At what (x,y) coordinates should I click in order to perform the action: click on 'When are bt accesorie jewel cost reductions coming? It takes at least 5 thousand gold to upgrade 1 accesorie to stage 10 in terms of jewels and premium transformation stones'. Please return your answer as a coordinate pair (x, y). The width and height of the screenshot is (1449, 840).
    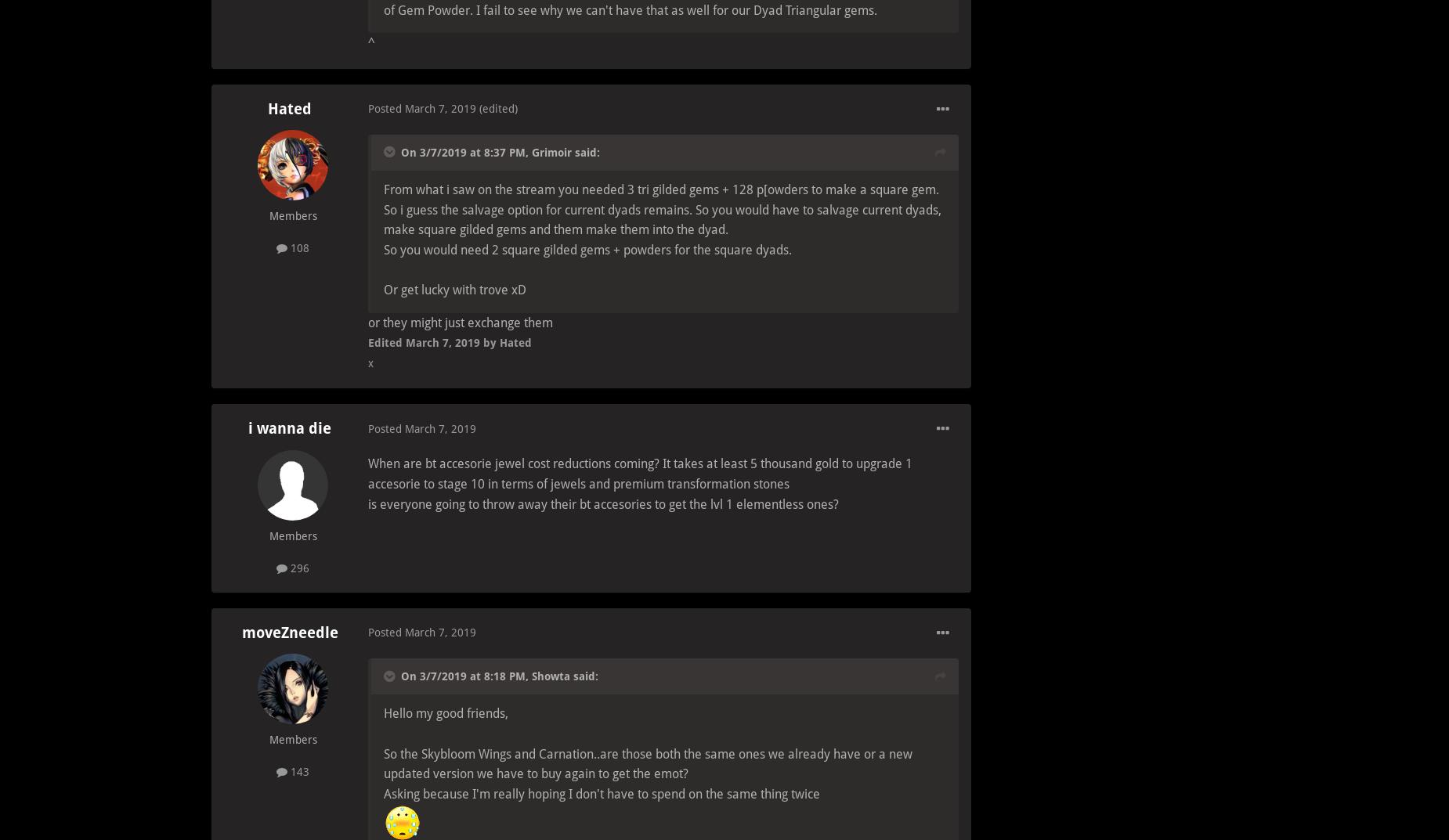
    Looking at the image, I should click on (640, 473).